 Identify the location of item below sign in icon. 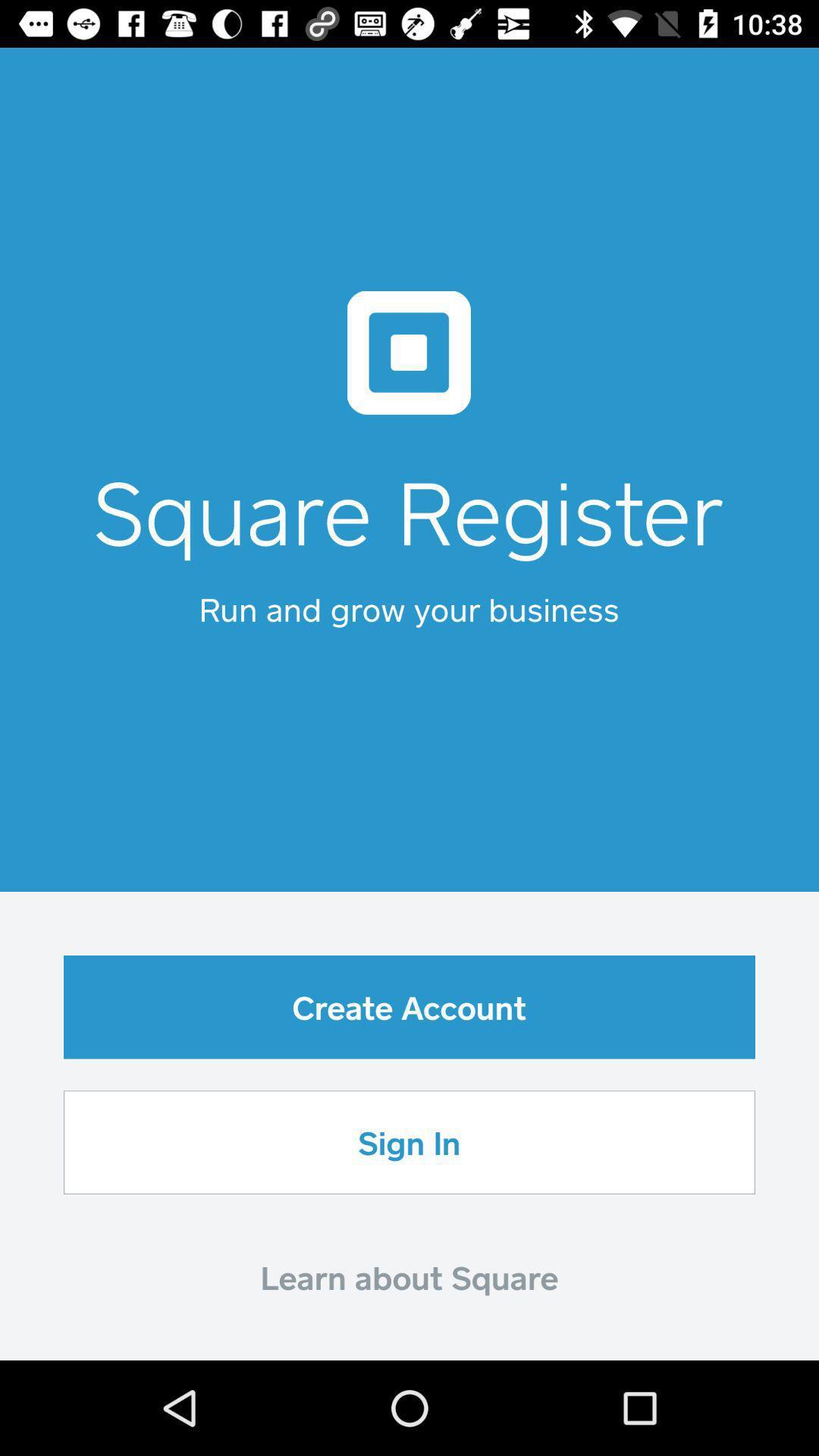
(409, 1276).